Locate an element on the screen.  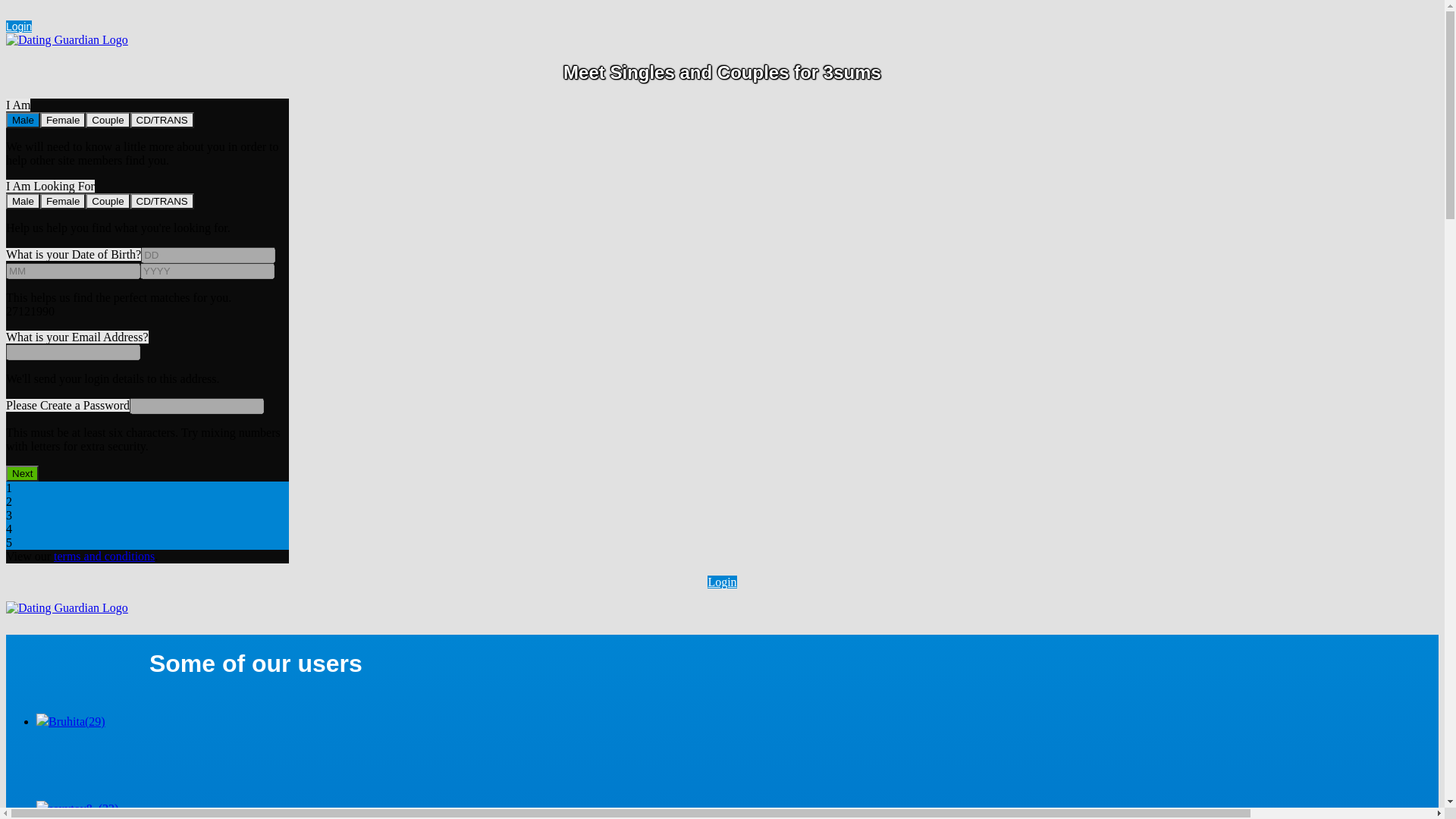
'Couple' is located at coordinates (107, 200).